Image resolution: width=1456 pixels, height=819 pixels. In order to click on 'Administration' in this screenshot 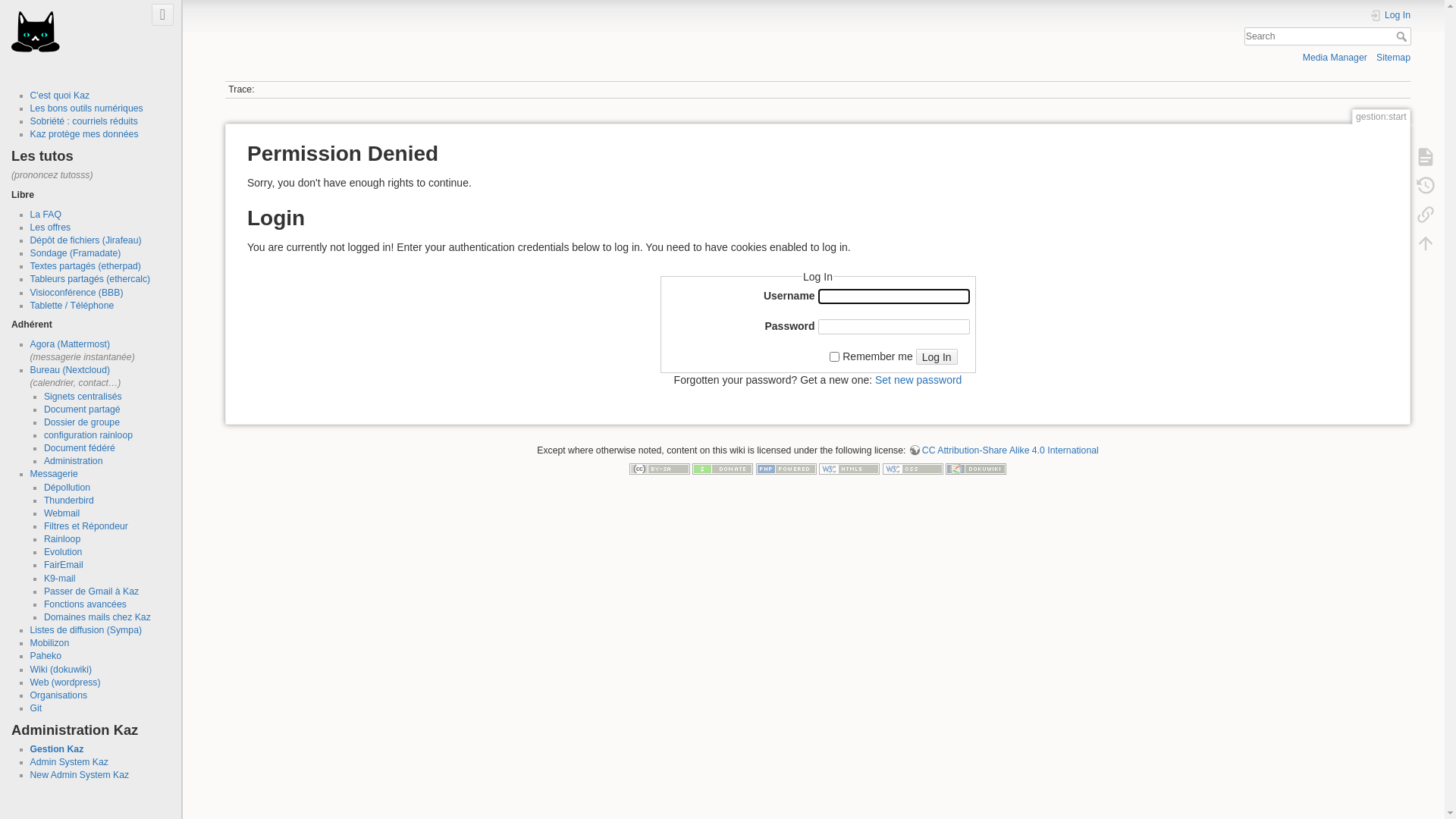, I will do `click(72, 460)`.